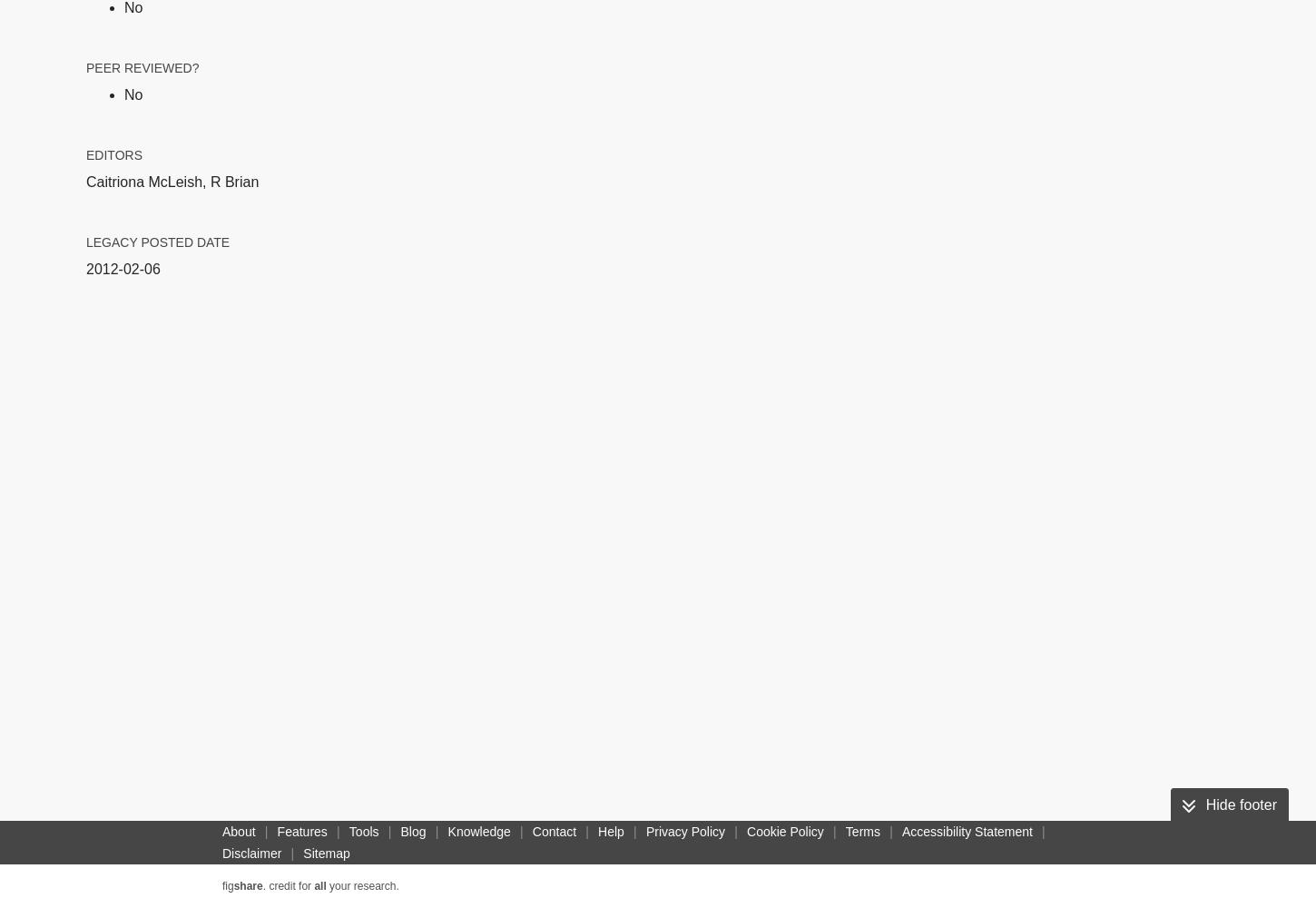 The width and height of the screenshot is (1316, 908). Describe the element at coordinates (232, 885) in the screenshot. I see `'share'` at that location.